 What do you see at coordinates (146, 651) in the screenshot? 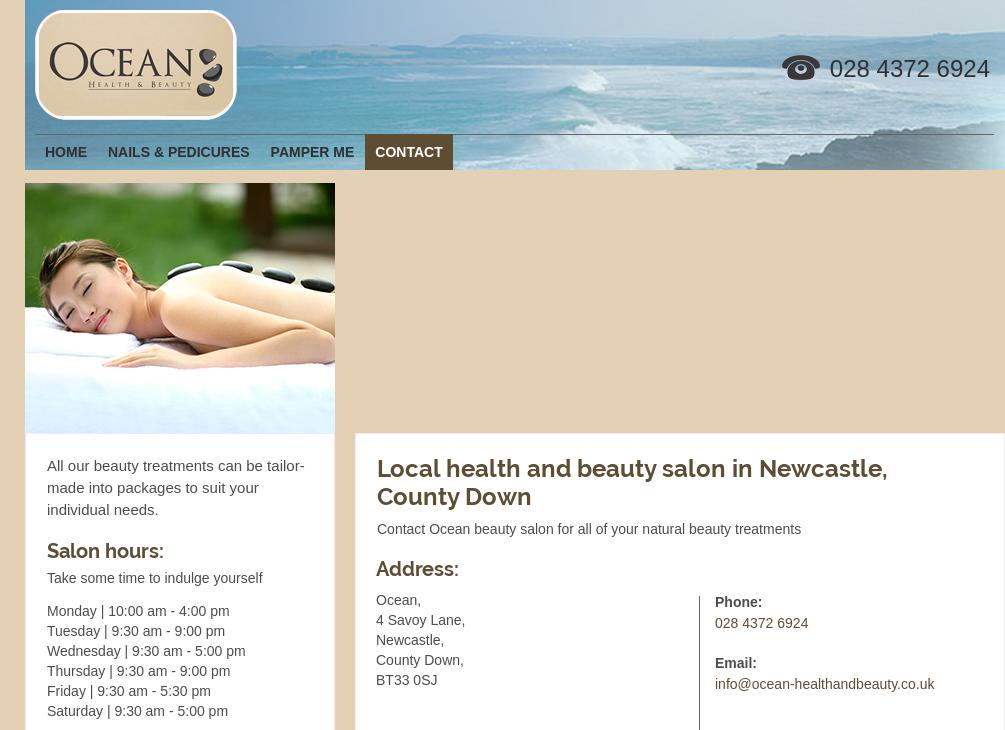
I see `'Wednesday | 9:30 am - 5:00 pm'` at bounding box center [146, 651].